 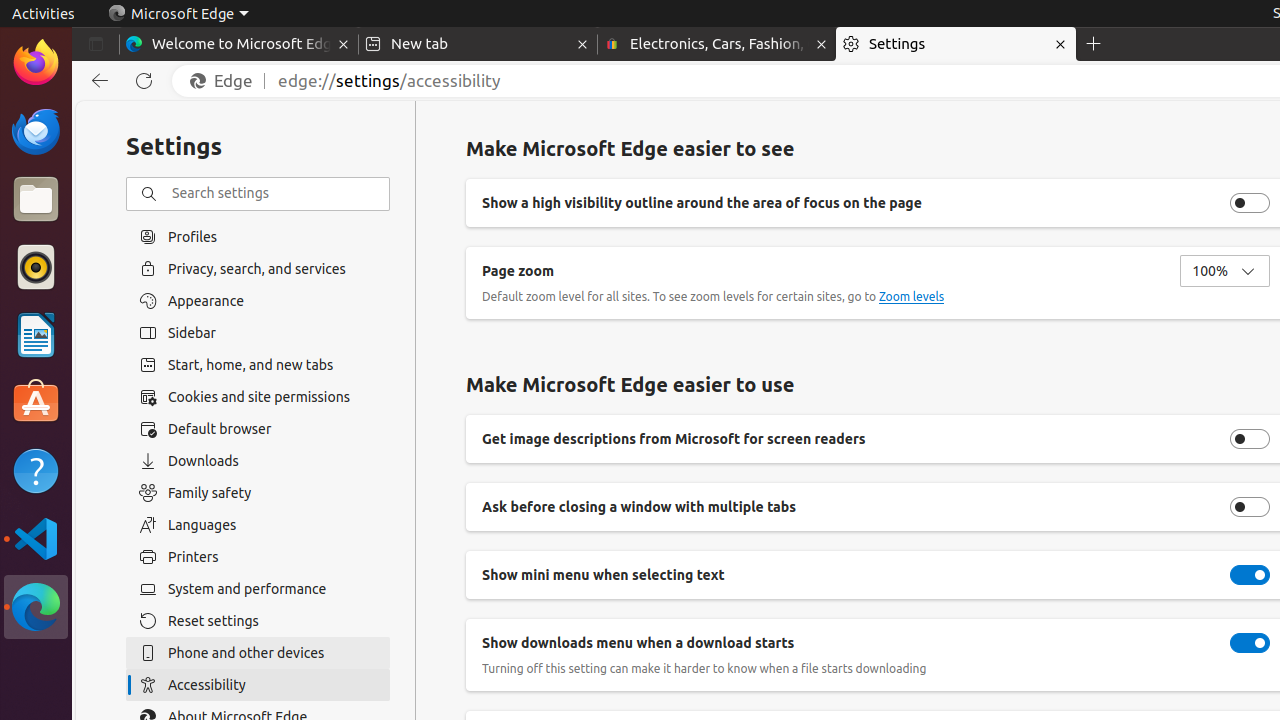 I want to click on 'Downloads', so click(x=257, y=461).